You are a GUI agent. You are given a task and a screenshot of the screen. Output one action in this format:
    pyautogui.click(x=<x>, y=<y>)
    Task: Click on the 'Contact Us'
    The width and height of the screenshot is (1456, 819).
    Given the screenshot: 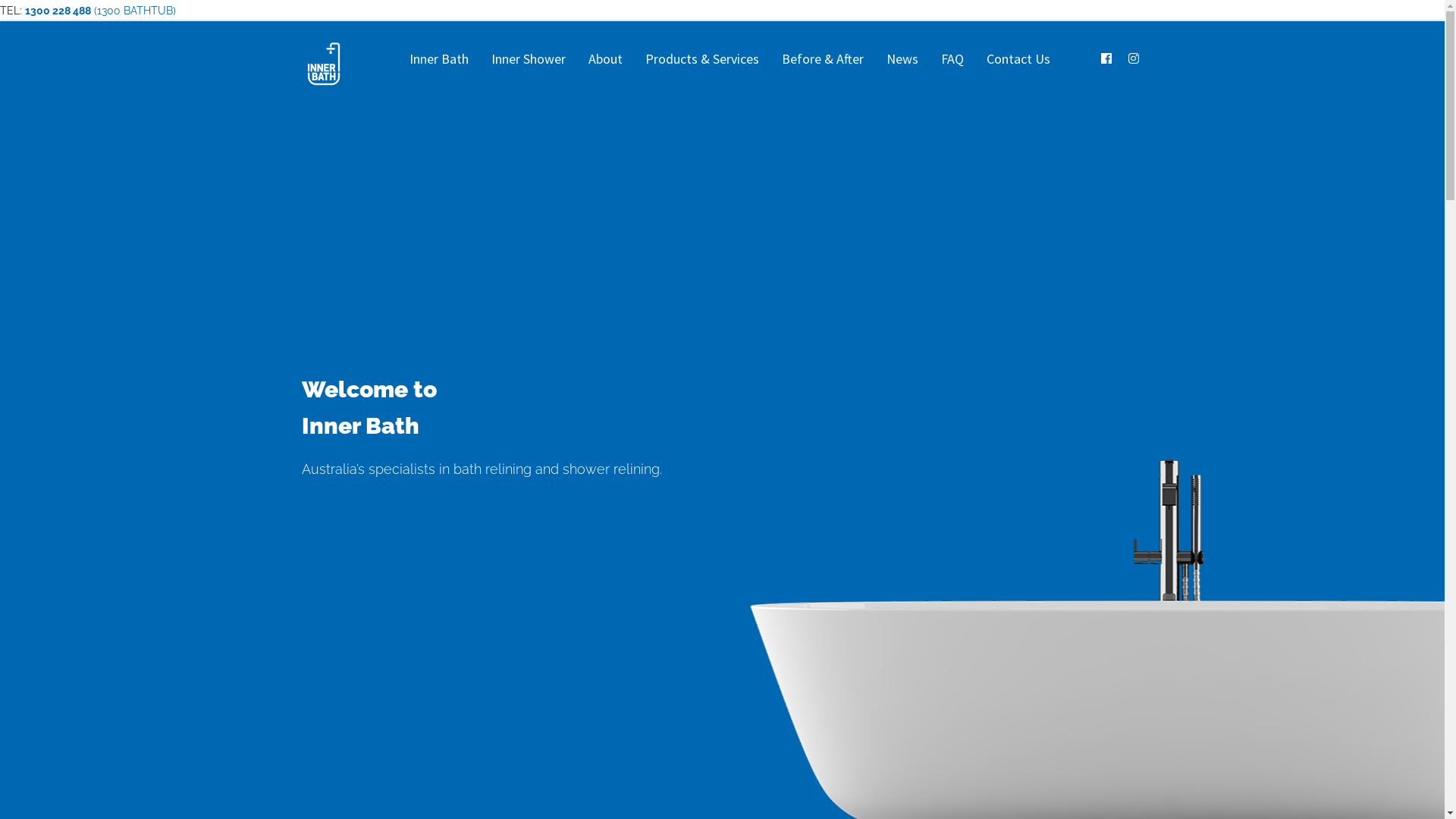 What is the action you would take?
    pyautogui.click(x=1018, y=58)
    